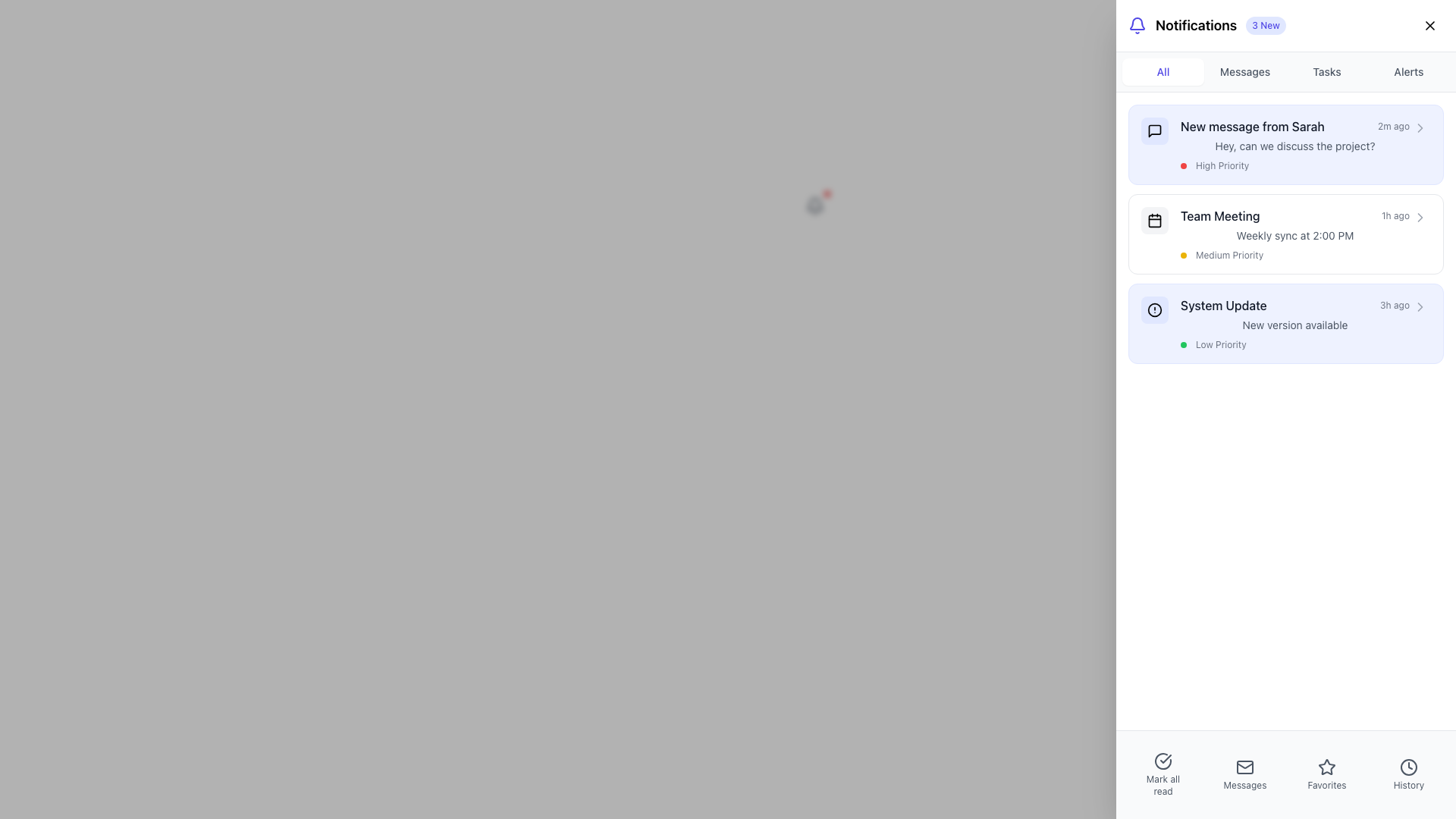  Describe the element at coordinates (1294, 146) in the screenshot. I see `the text element that provides additional information about the notification titled 'New message from Sarah', located between the timestamp '2m ago' and the priority indication 'High Priority'` at that location.